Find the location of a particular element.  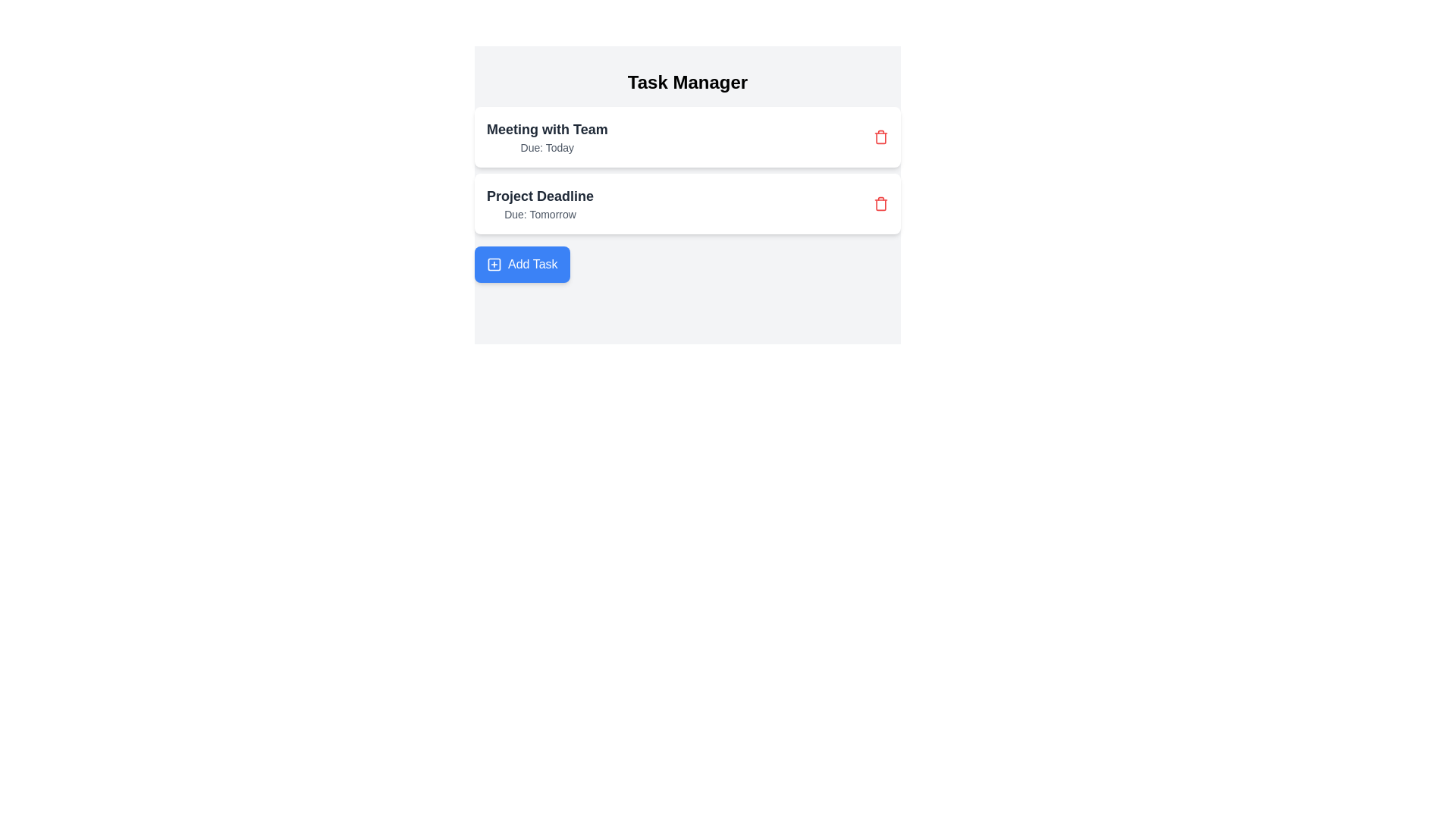

the first task item titled 'Meeting with Team' in the task list under the 'Task Manager' heading is located at coordinates (546, 137).